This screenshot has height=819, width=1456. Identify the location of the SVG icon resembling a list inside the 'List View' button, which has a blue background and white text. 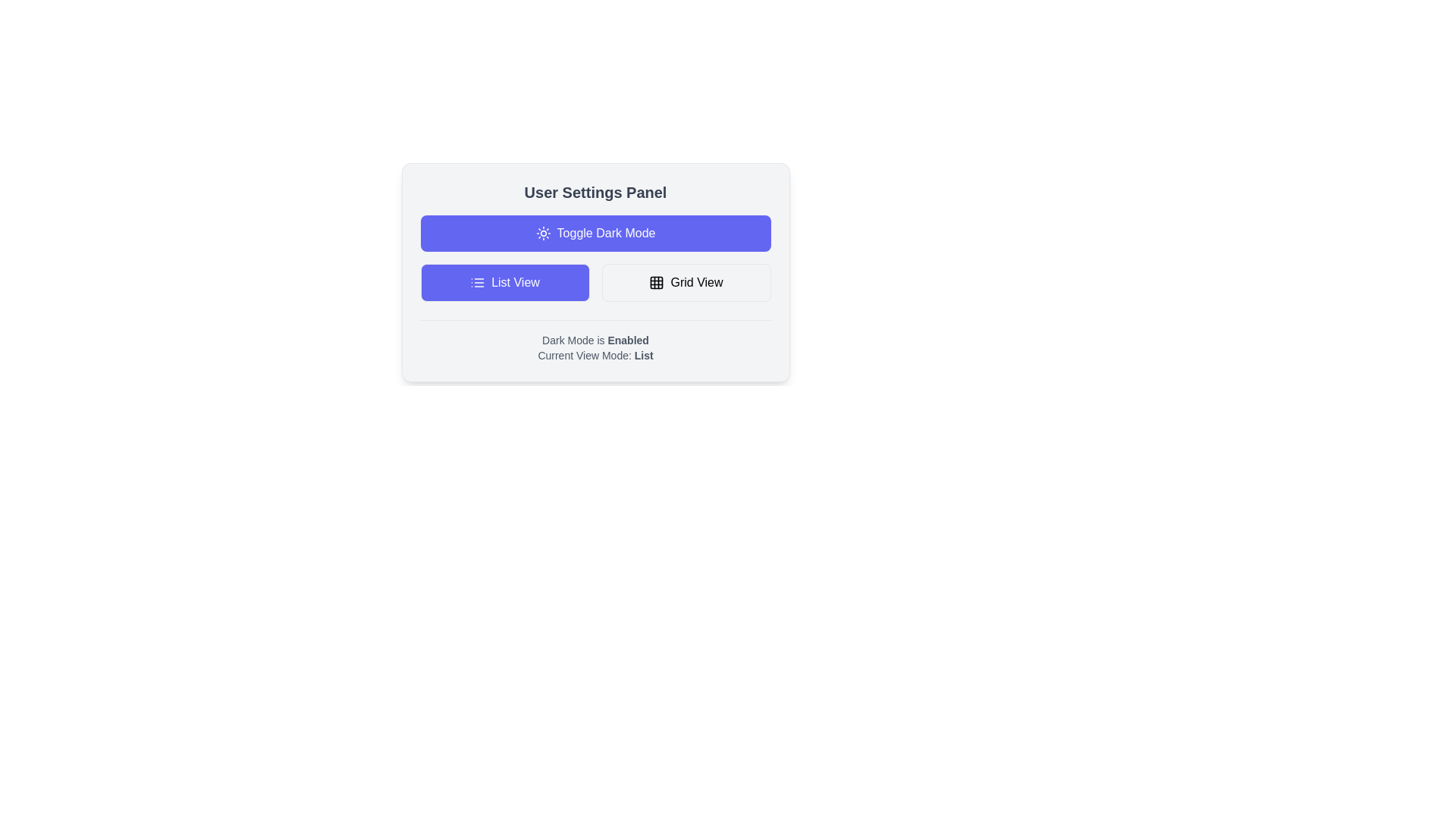
(477, 283).